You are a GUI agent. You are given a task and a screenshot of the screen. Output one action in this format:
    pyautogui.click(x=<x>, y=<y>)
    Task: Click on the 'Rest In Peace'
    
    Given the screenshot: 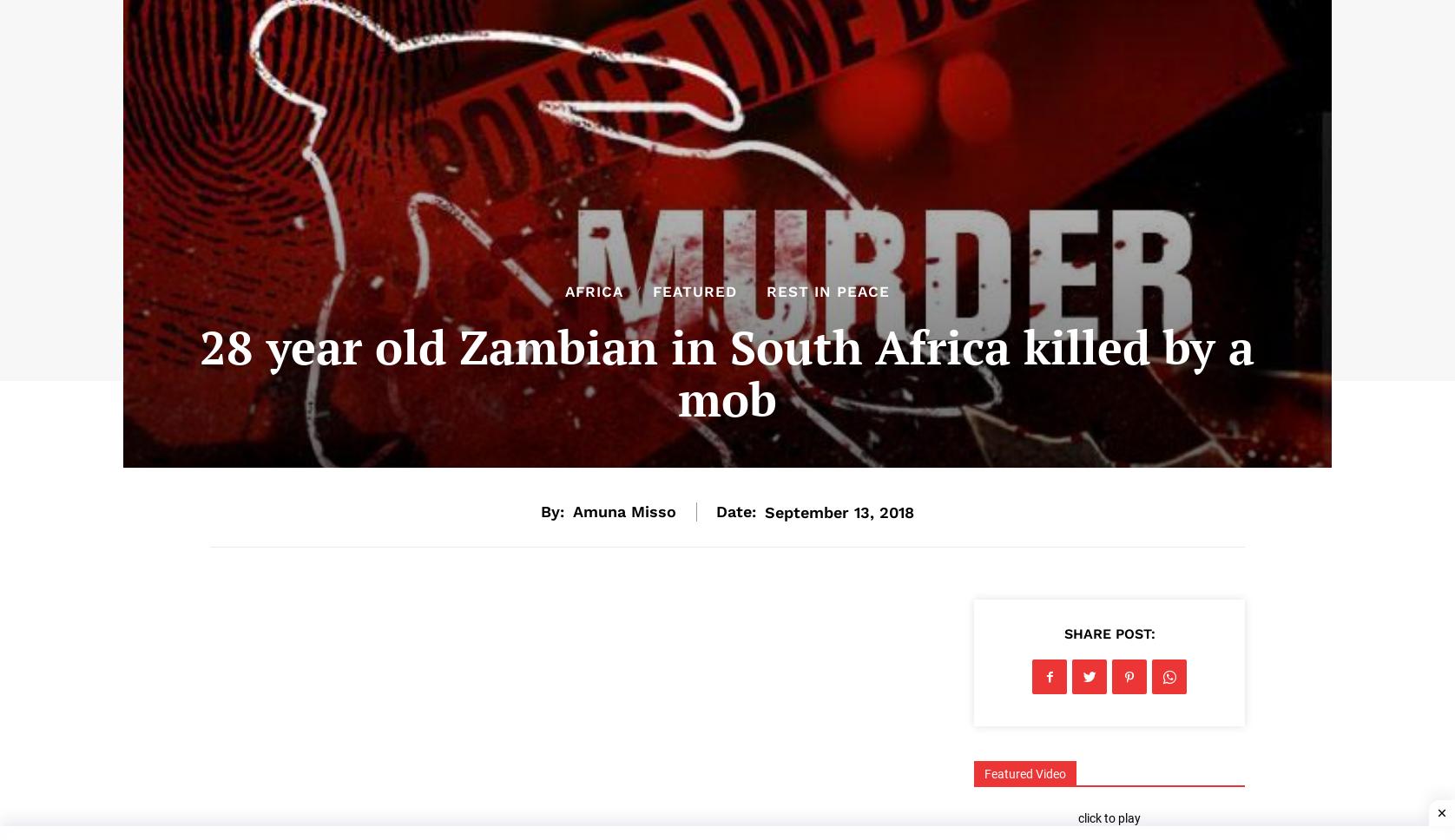 What is the action you would take?
    pyautogui.click(x=827, y=291)
    